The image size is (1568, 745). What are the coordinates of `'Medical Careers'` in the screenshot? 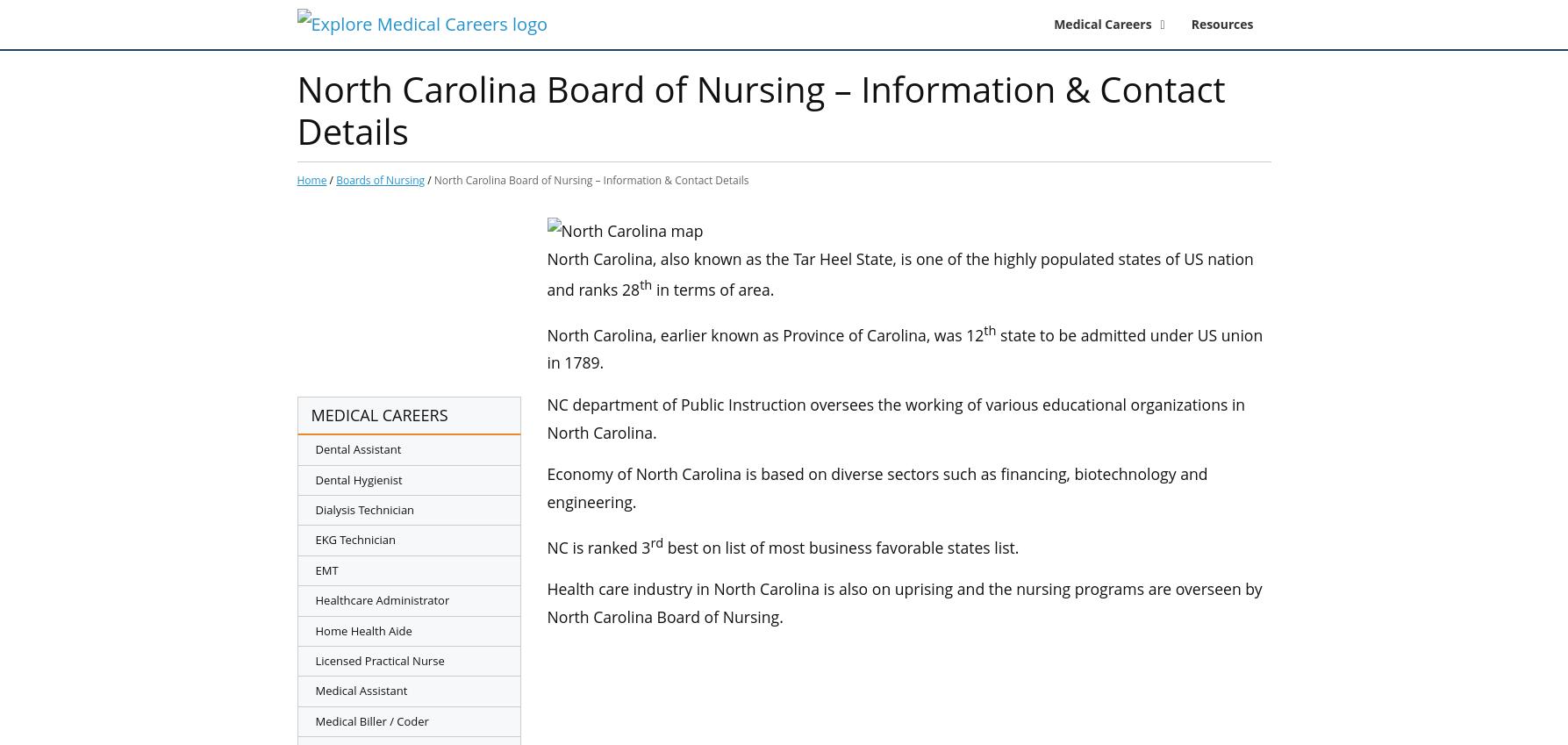 It's located at (1054, 22).